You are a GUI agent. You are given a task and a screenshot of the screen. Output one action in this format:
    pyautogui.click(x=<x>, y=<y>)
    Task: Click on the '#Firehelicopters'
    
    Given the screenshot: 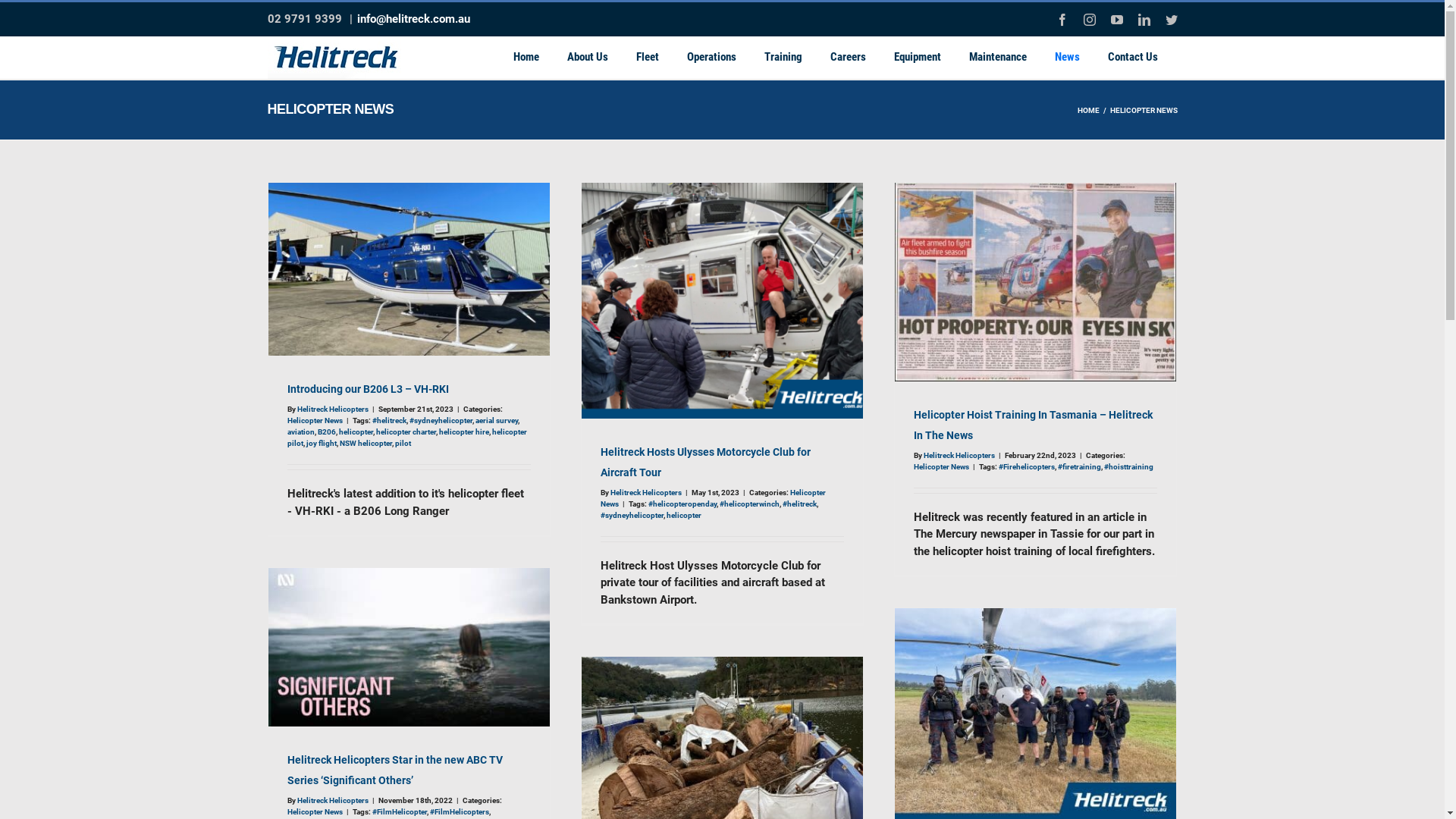 What is the action you would take?
    pyautogui.click(x=1026, y=466)
    